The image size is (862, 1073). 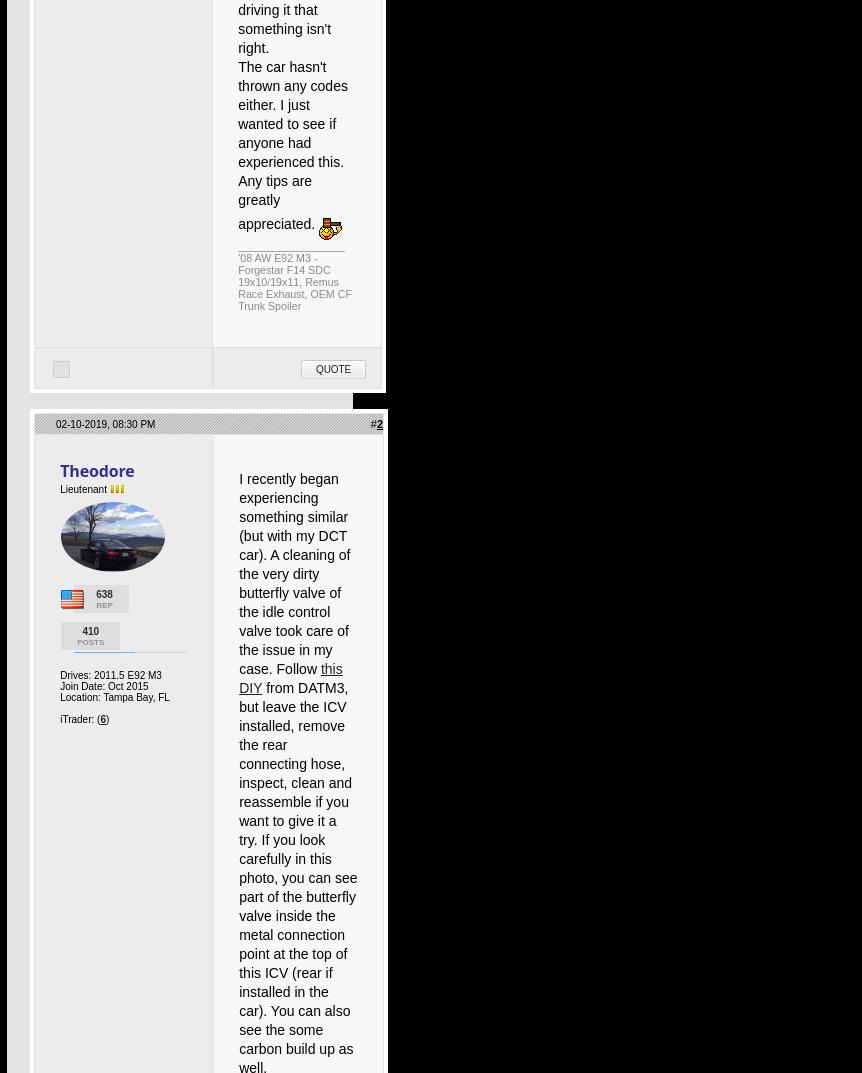 What do you see at coordinates (78, 718) in the screenshot?
I see `'iTrader: ('` at bounding box center [78, 718].